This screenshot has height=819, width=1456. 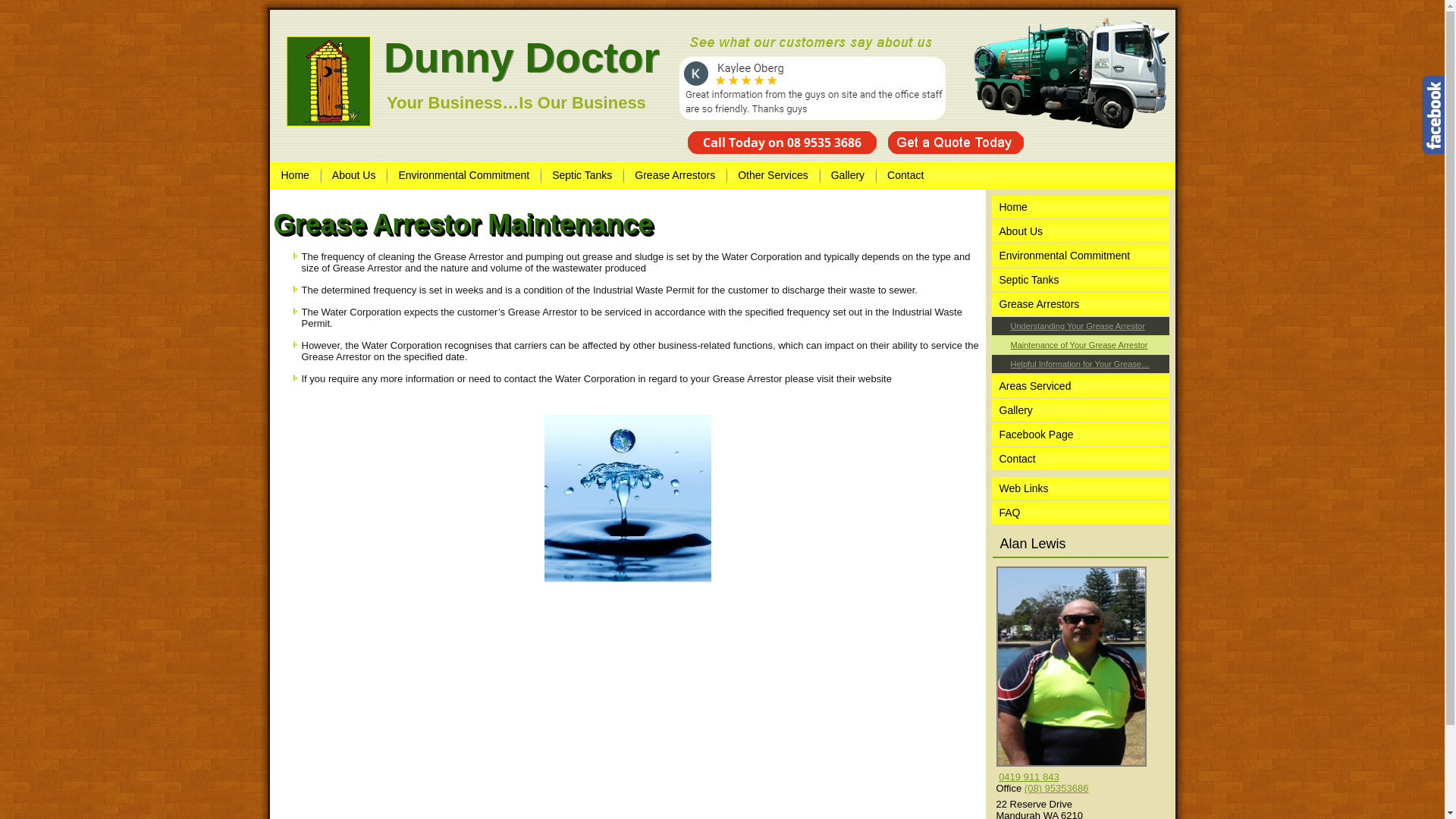 I want to click on 'Other Services', so click(x=773, y=174).